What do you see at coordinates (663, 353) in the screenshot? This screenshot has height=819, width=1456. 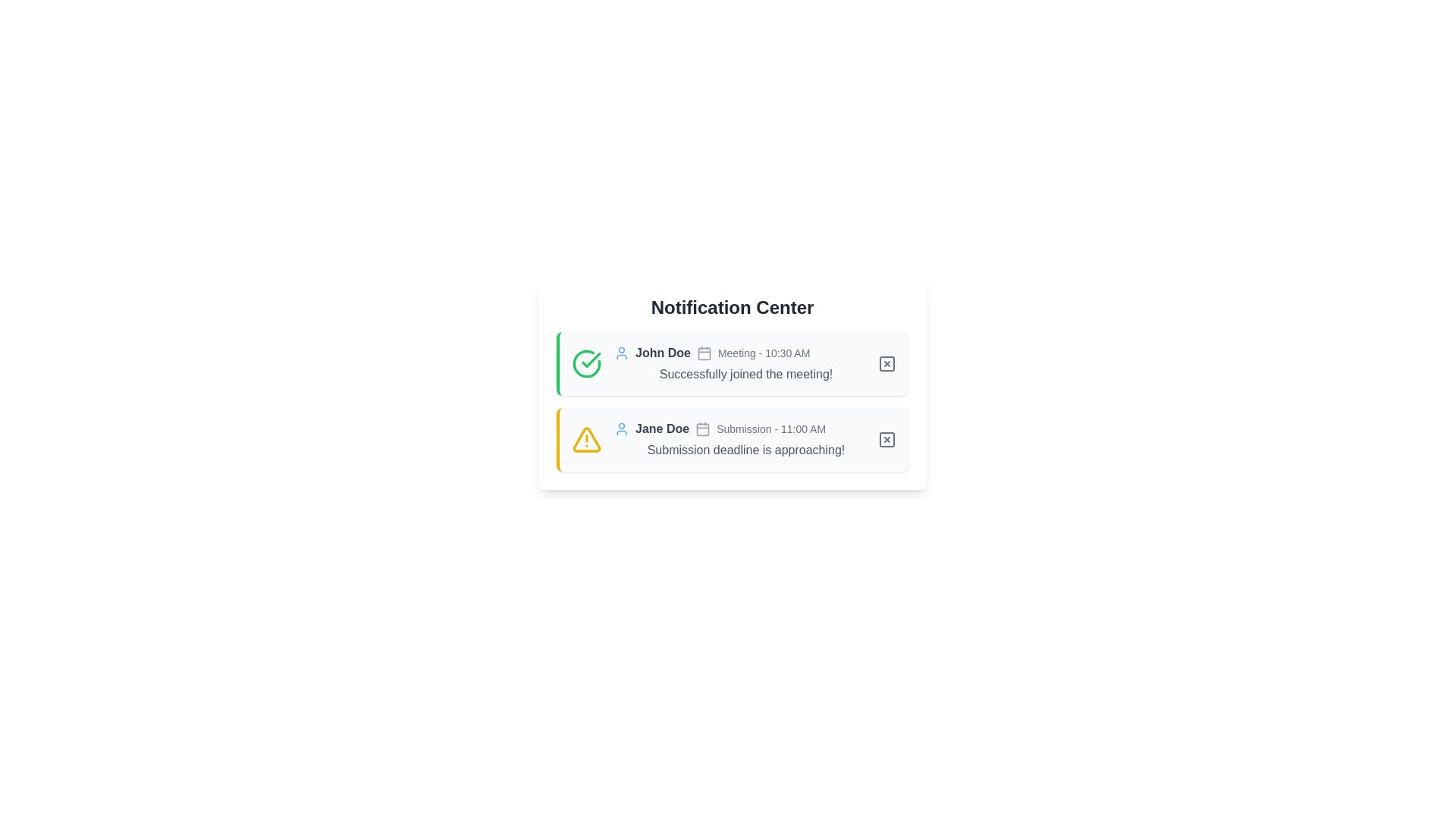 I see `the Label displaying 'John Doe' in bold gray font located within the notification card in the first row of the notification list in the Notification Center` at bounding box center [663, 353].